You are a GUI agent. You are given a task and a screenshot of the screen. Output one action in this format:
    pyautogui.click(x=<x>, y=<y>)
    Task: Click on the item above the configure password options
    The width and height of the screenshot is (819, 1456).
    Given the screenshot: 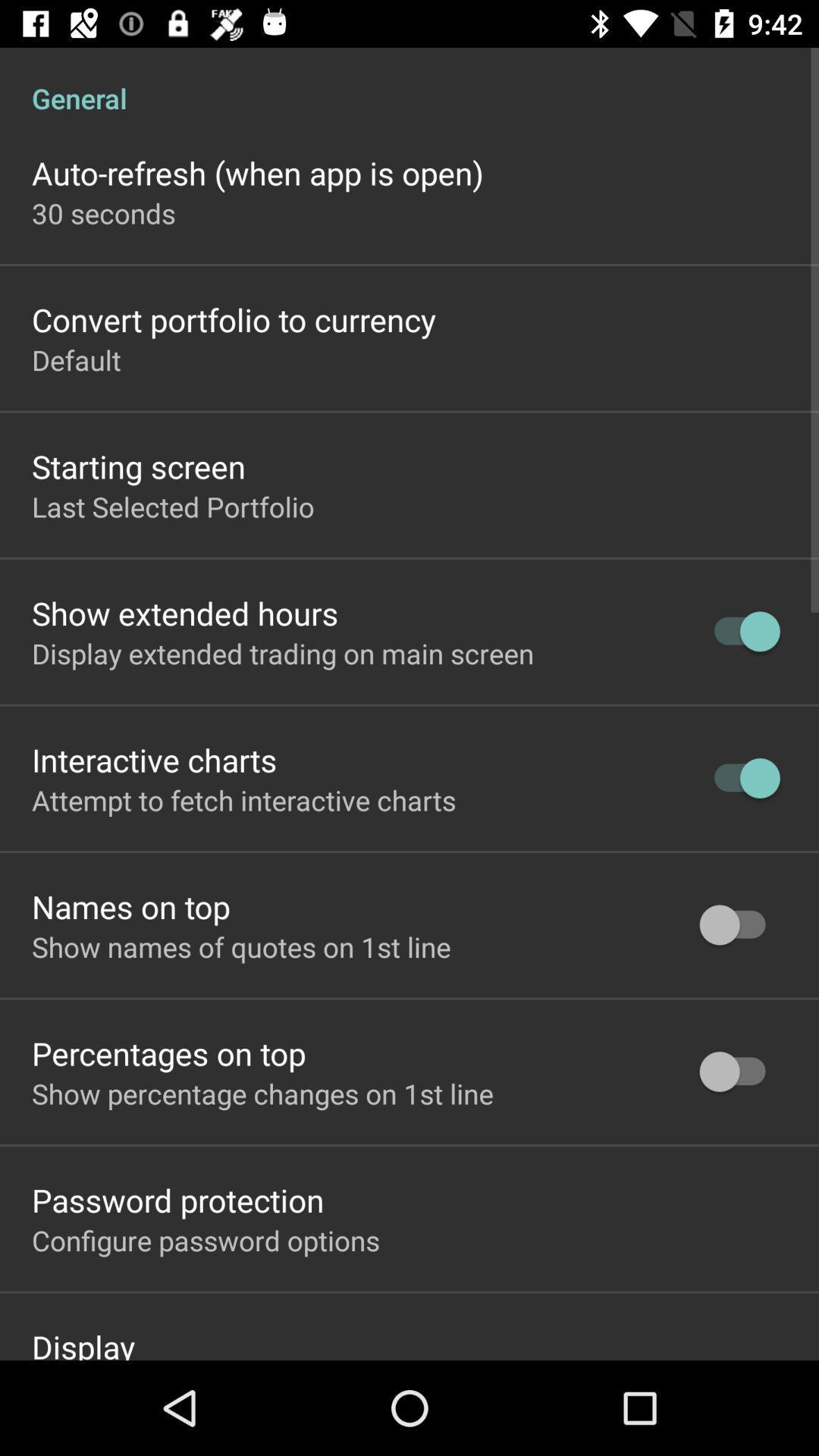 What is the action you would take?
    pyautogui.click(x=177, y=1199)
    